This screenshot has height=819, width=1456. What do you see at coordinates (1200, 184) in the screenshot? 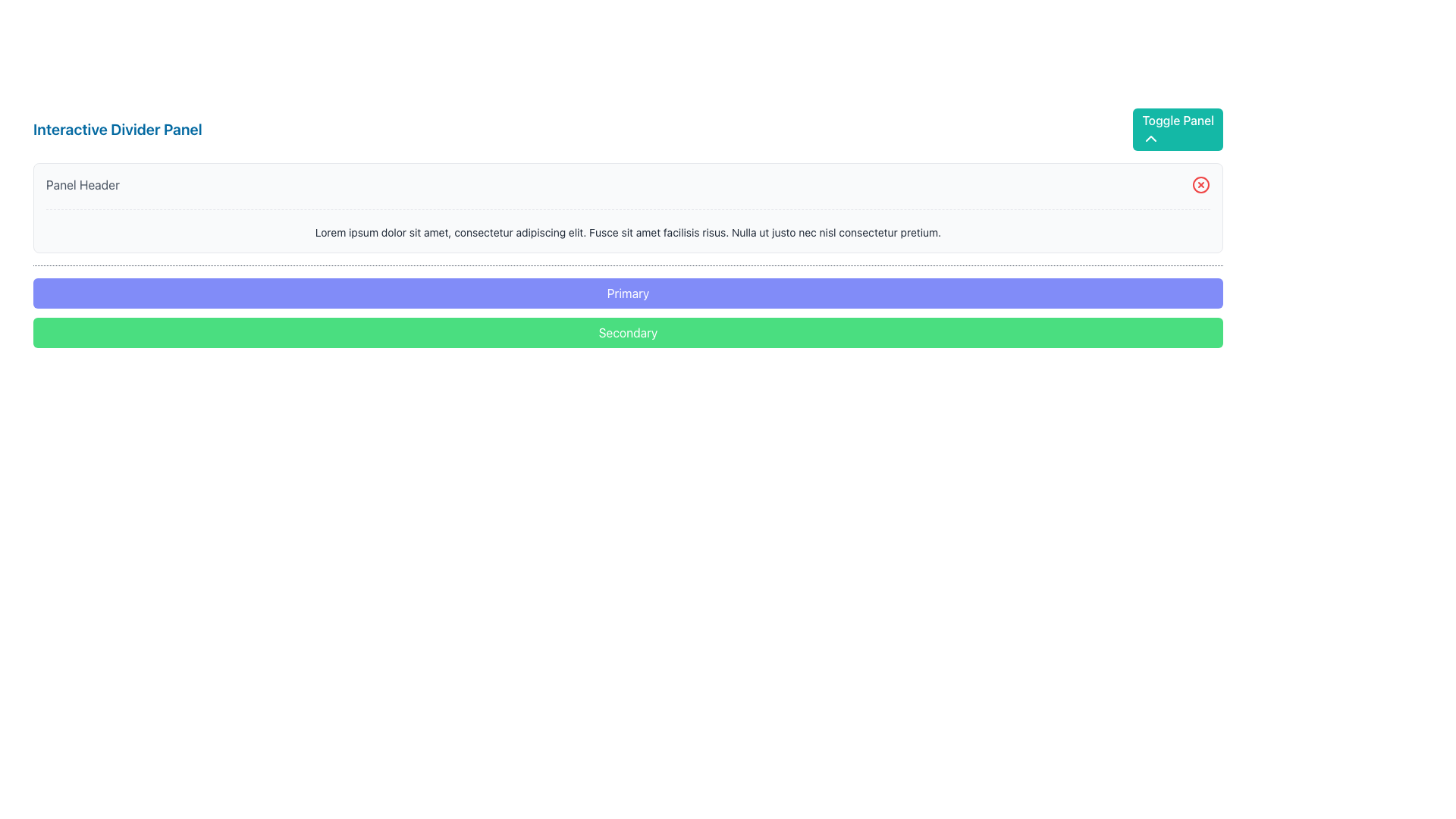
I see `the circular component of the cancel icon located in the top-right corner of the header panel` at bounding box center [1200, 184].